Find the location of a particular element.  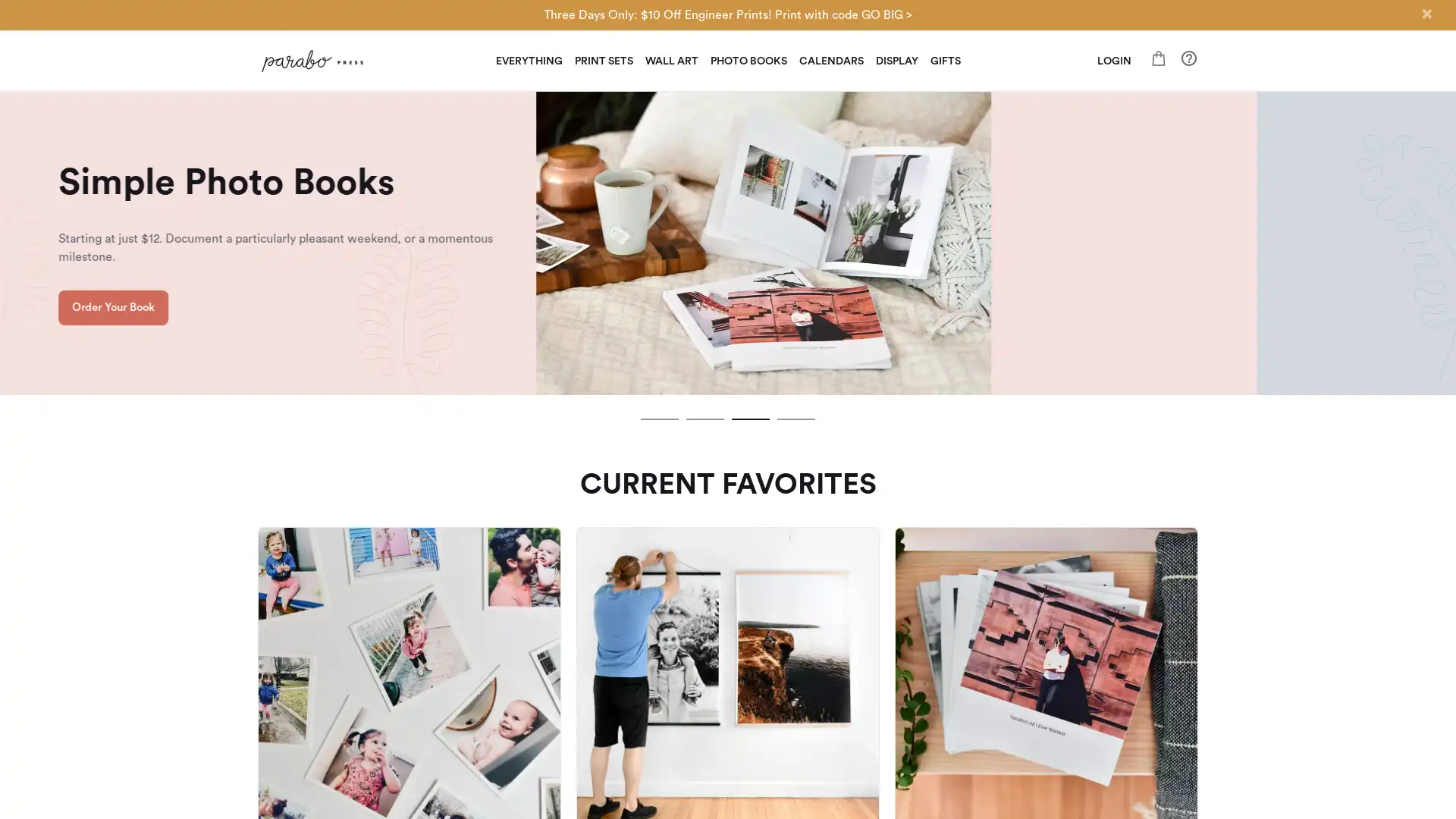

subscribe is located at coordinates (833, 584).